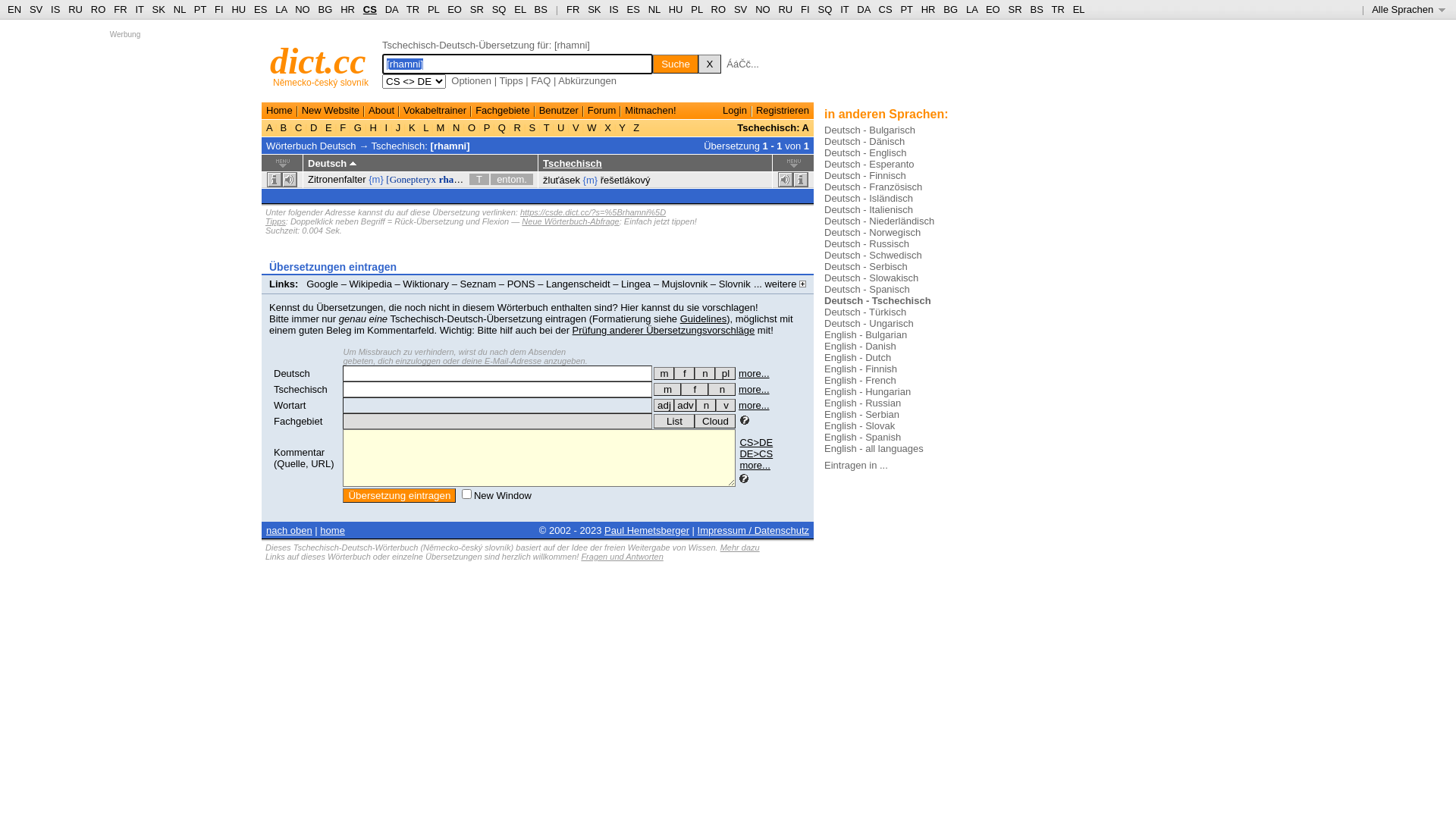 The height and width of the screenshot is (819, 1456). I want to click on 'Tipps', so click(498, 80).